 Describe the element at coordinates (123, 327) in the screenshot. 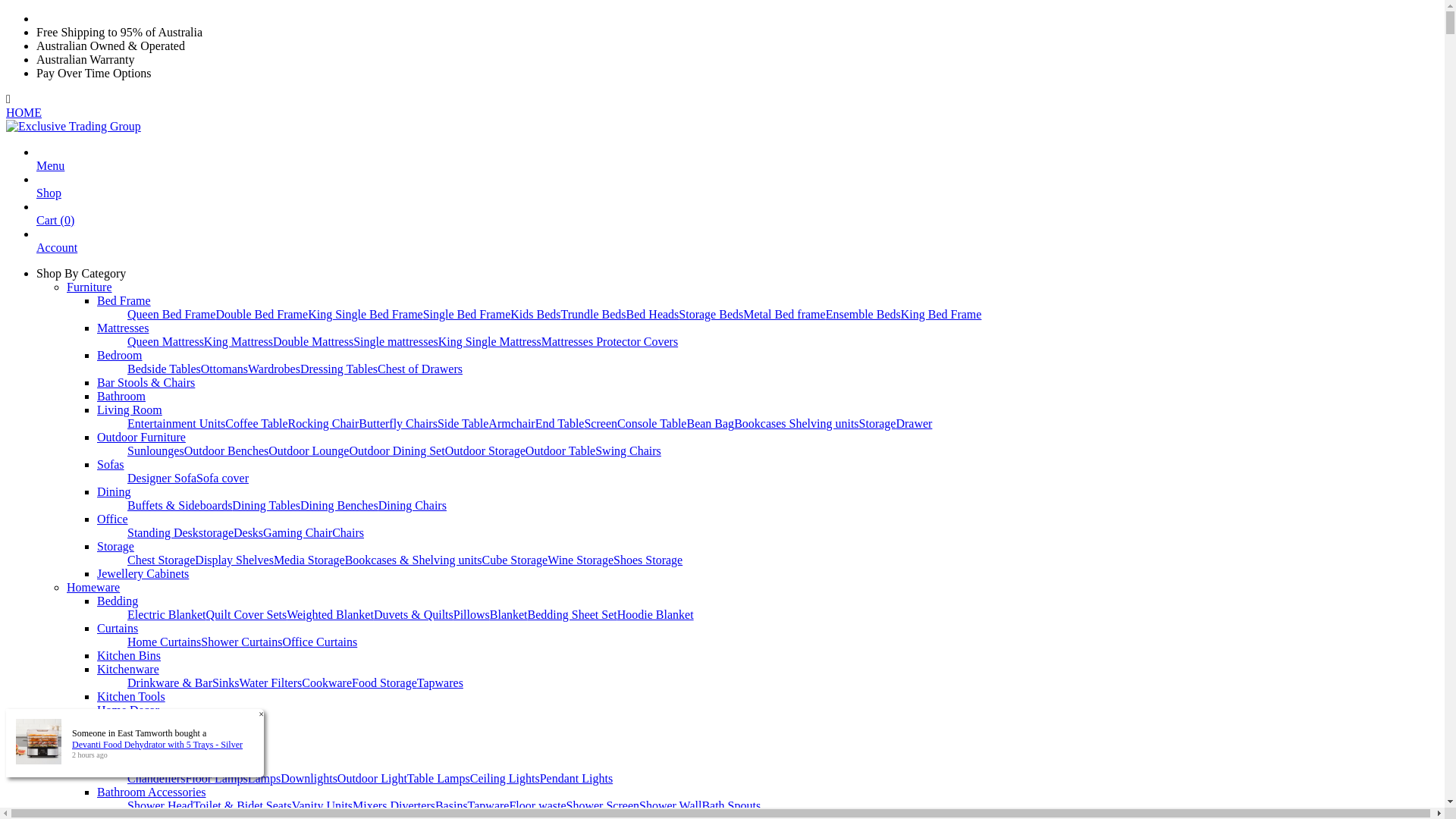

I see `'Mattresses'` at that location.